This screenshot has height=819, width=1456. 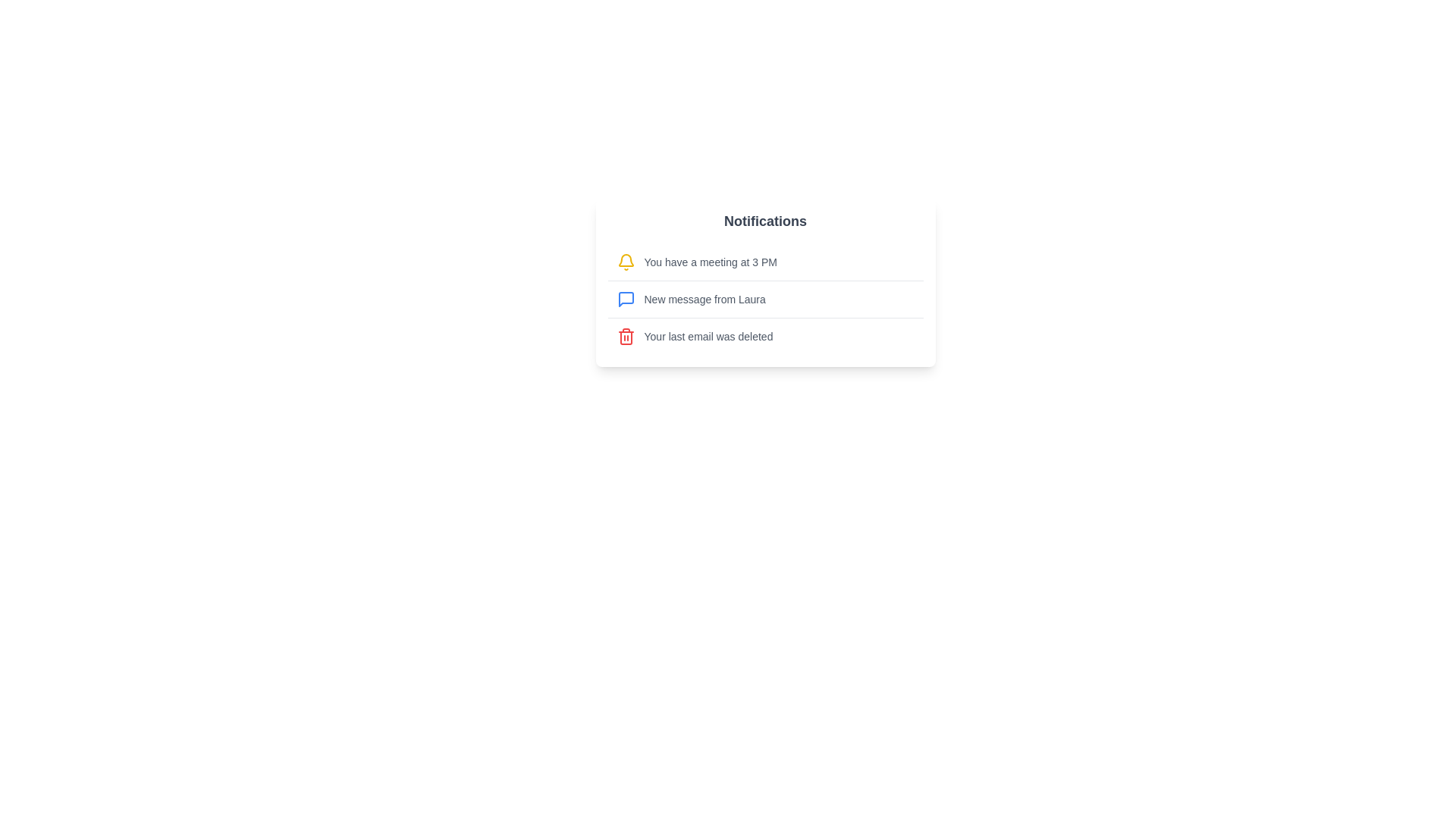 What do you see at coordinates (708, 335) in the screenshot?
I see `the text label stating 'Your last email was deleted', which is styled in small gray font and located under the red trash icon in the third notification message of the 'Notifications' section` at bounding box center [708, 335].